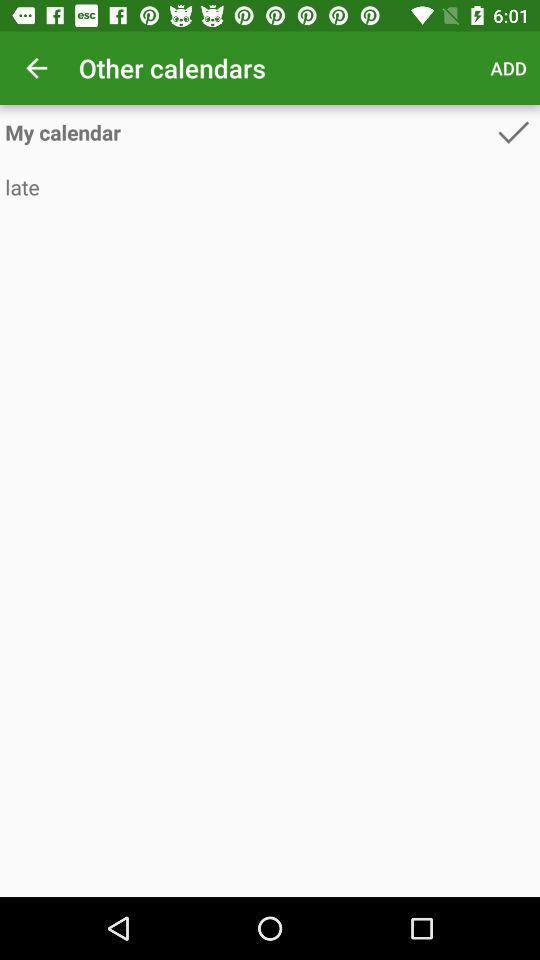  What do you see at coordinates (513, 131) in the screenshot?
I see `the icon next to my calendar icon` at bounding box center [513, 131].